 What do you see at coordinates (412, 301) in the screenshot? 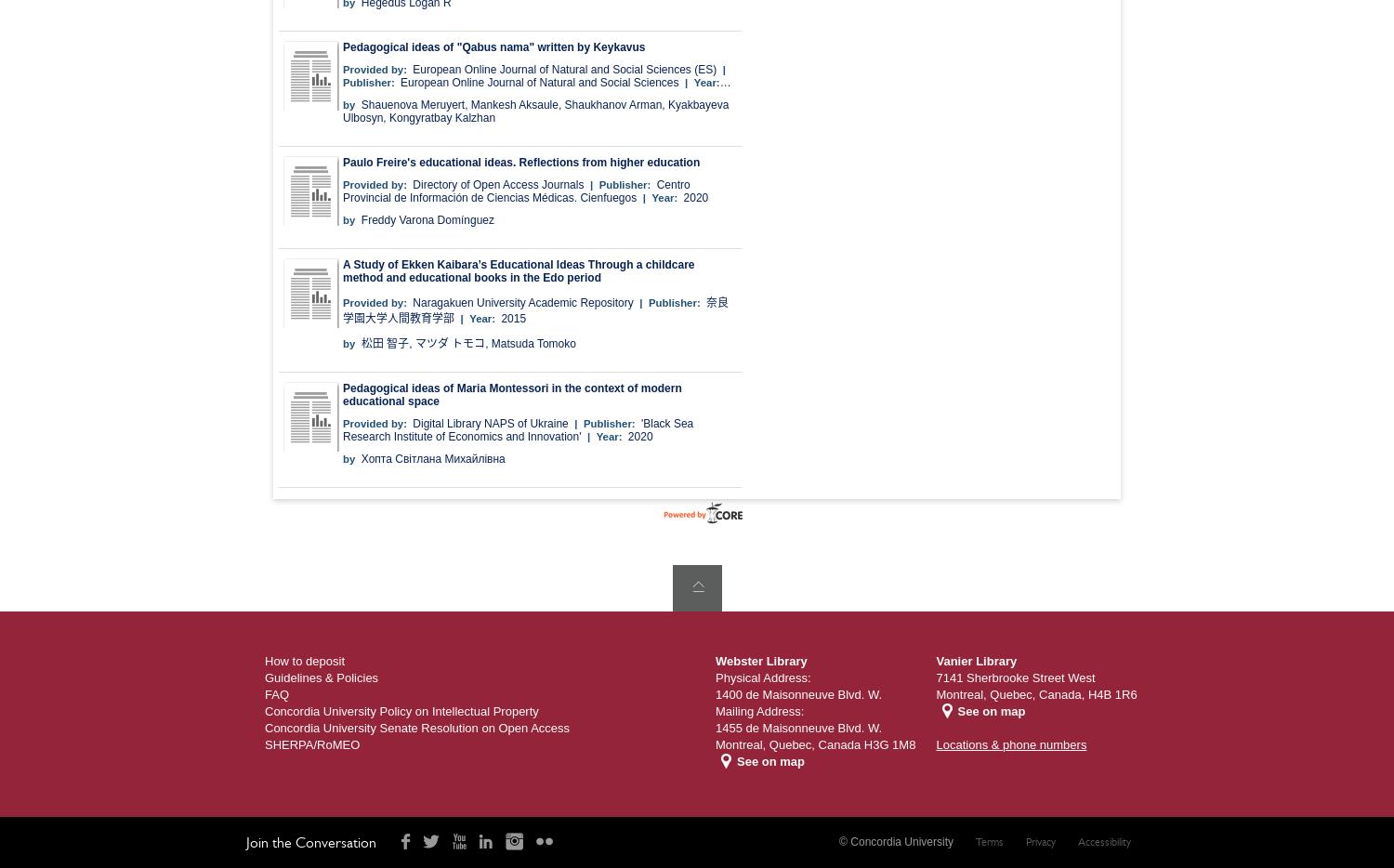
I see `'Naragakuen University Academic Repository'` at bounding box center [412, 301].